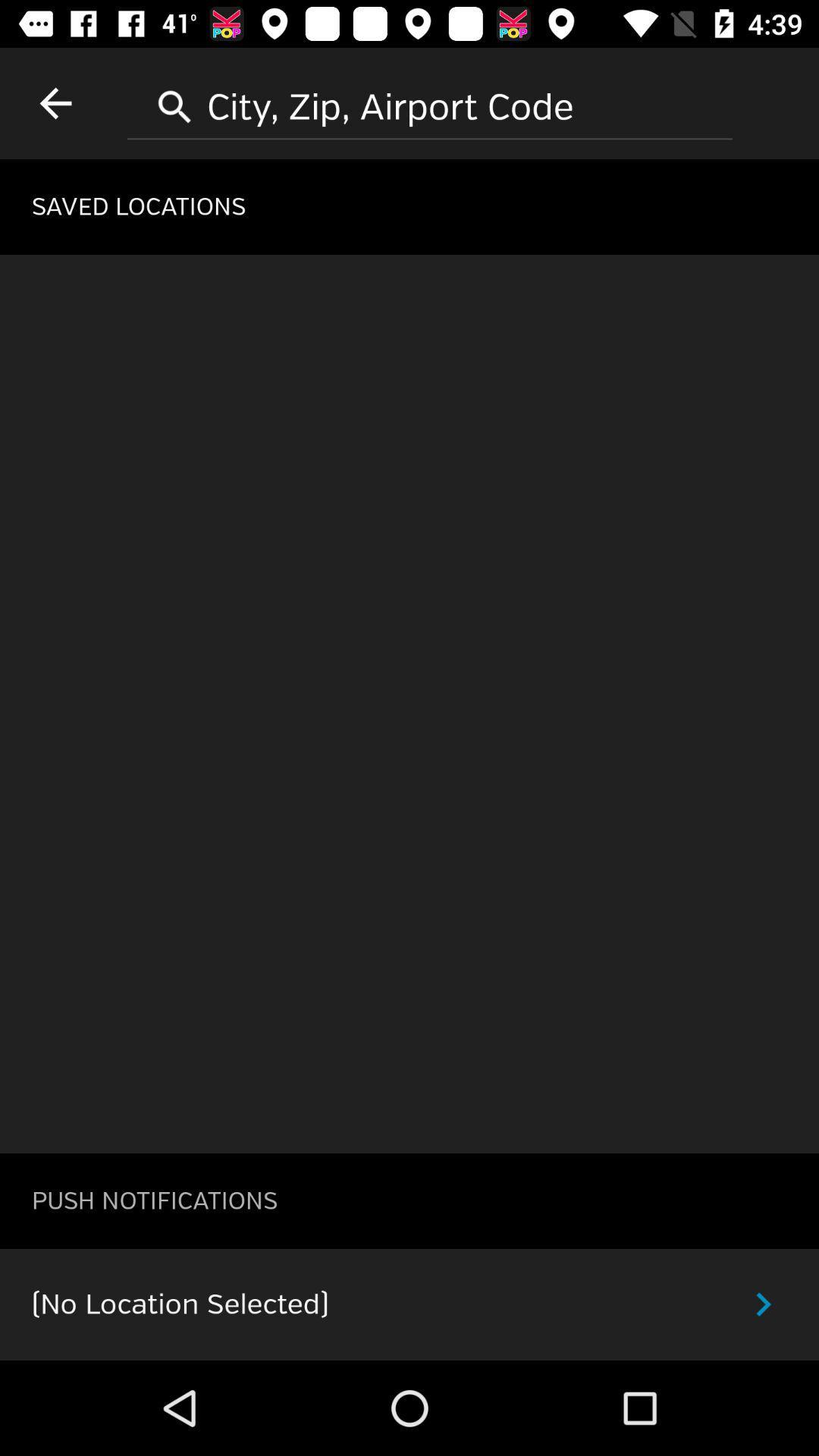 This screenshot has height=1456, width=819. Describe the element at coordinates (430, 101) in the screenshot. I see `search the city` at that location.